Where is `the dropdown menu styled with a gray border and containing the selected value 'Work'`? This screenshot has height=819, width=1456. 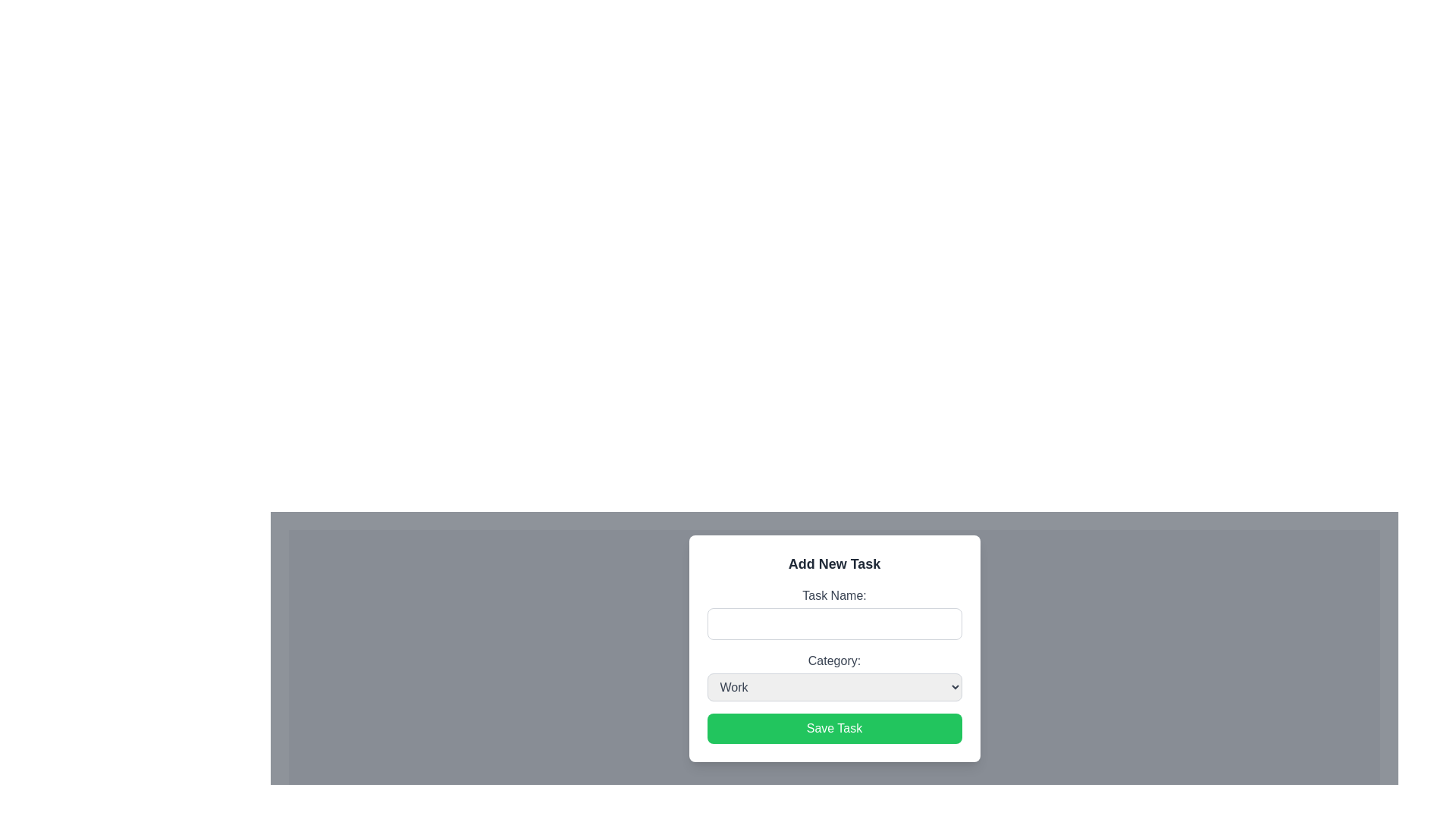
the dropdown menu styled with a gray border and containing the selected value 'Work' is located at coordinates (833, 687).